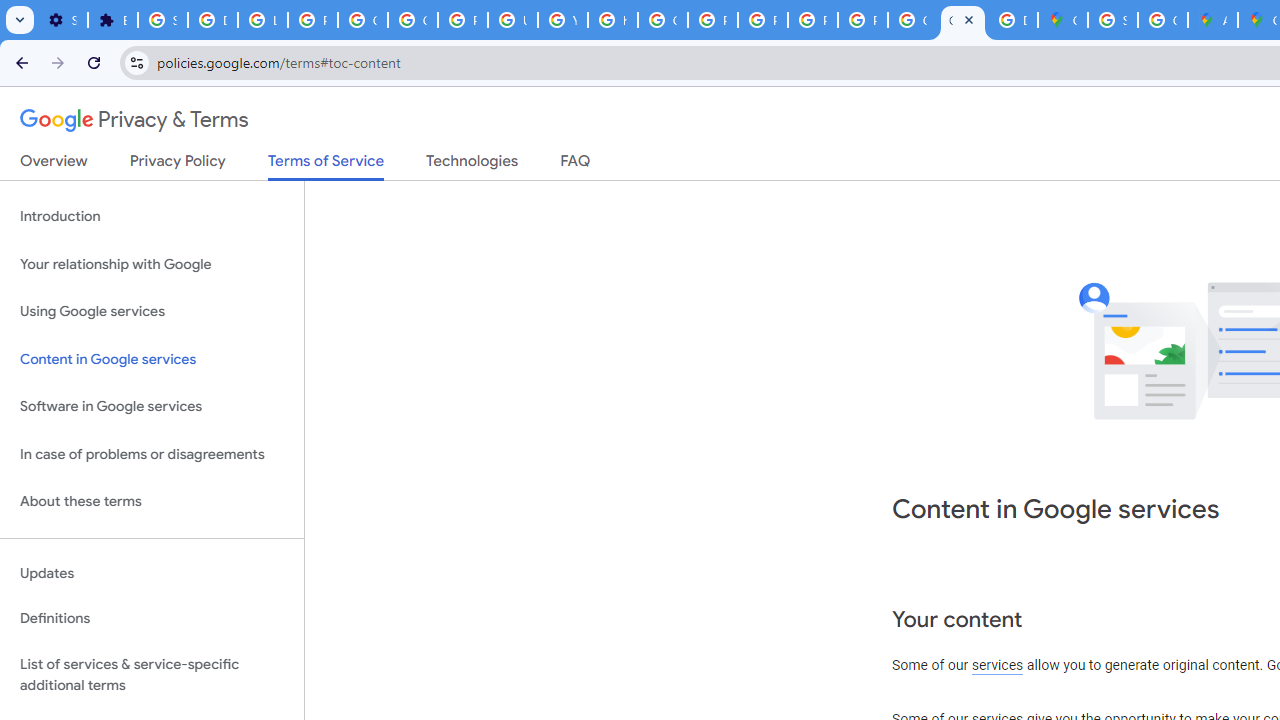 The image size is (1280, 720). Describe the element at coordinates (326, 165) in the screenshot. I see `'Terms of Service'` at that location.